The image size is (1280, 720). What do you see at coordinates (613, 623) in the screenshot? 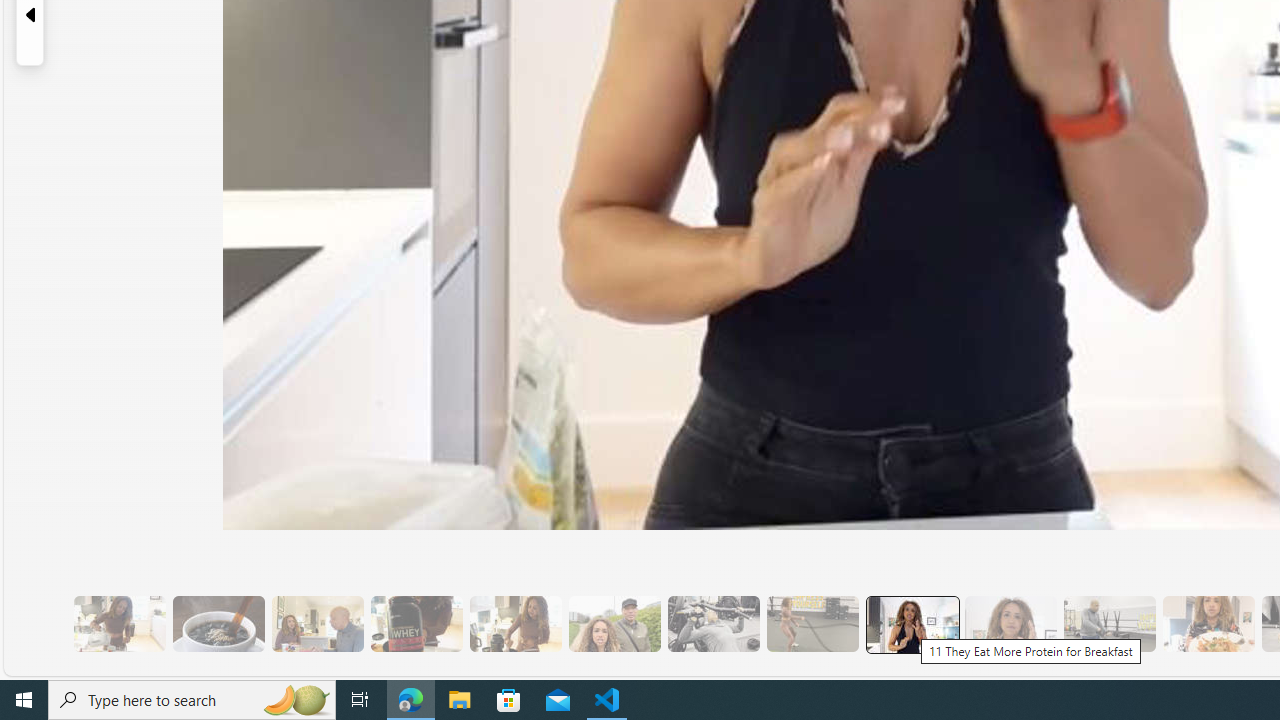
I see `'8 They Walk to the Gym'` at bounding box center [613, 623].